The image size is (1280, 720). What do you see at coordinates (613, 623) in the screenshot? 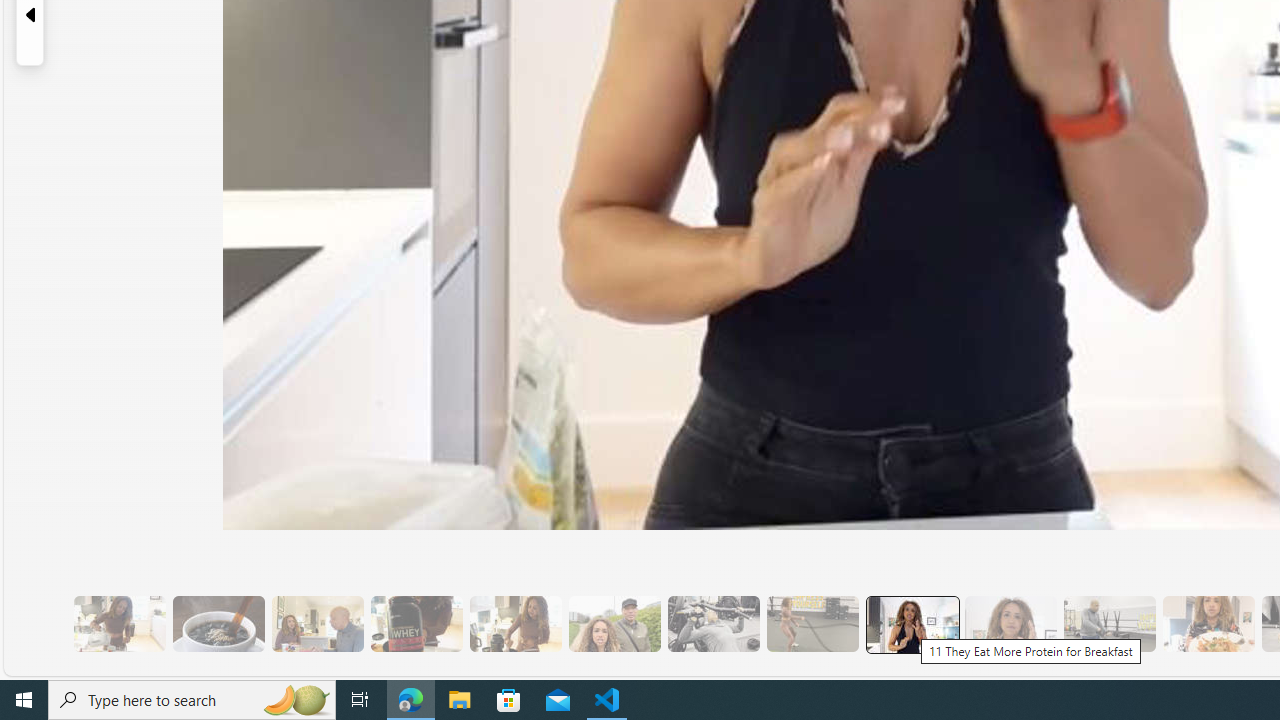
I see `'8 They Walk to the Gym'` at bounding box center [613, 623].